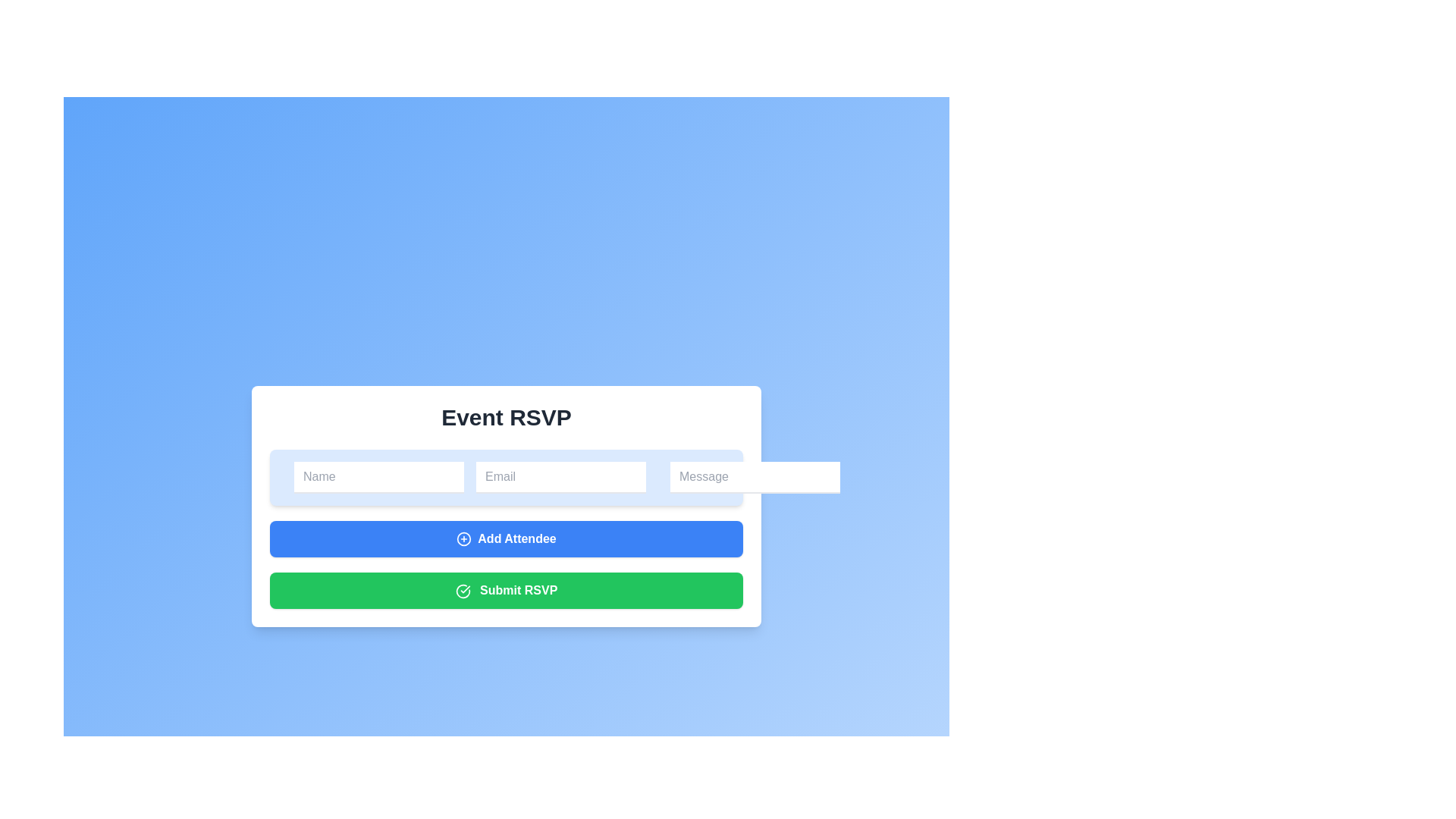  Describe the element at coordinates (506, 538) in the screenshot. I see `the button that allows users` at that location.